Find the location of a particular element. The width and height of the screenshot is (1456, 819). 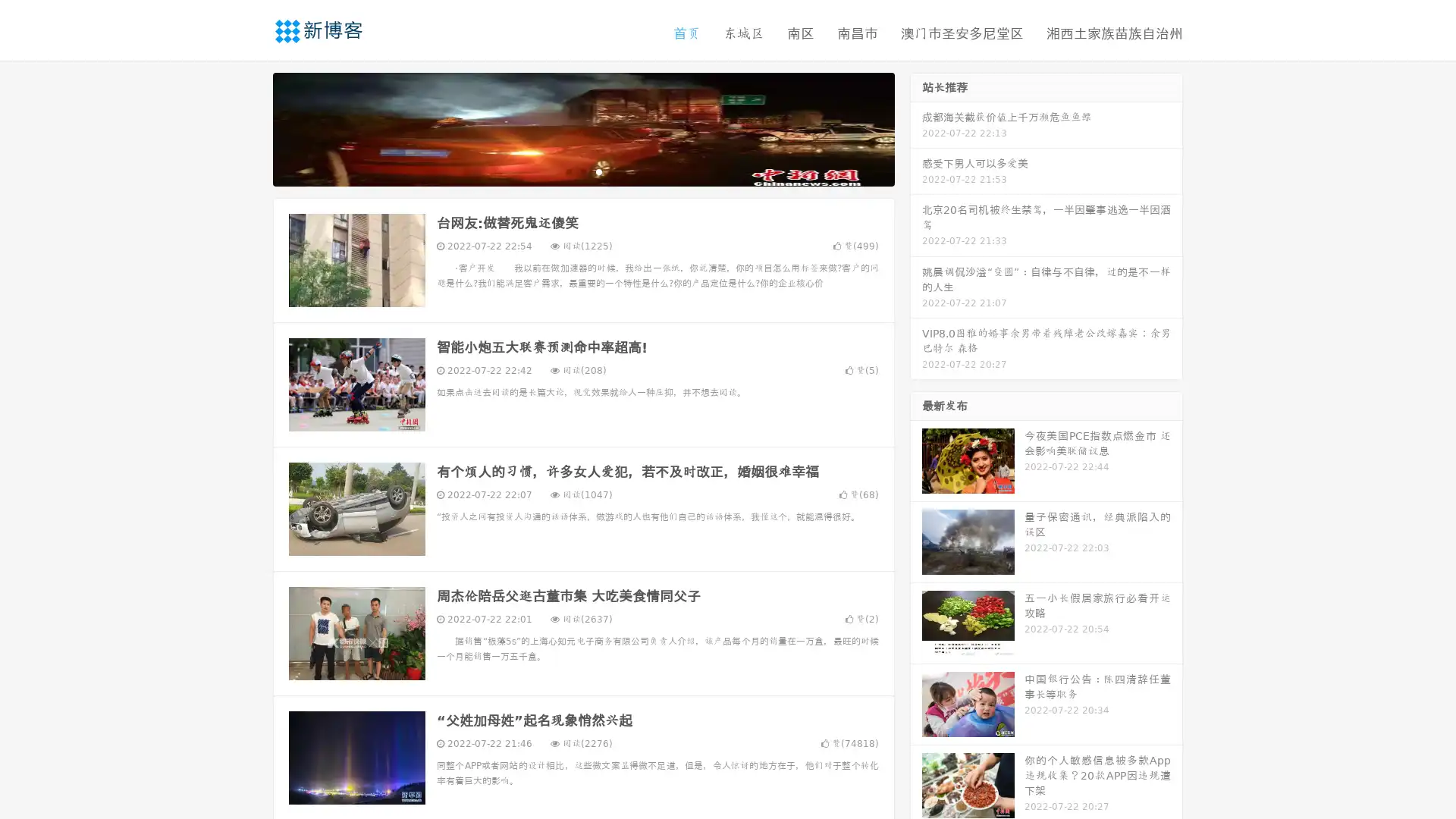

Go to slide 2 is located at coordinates (582, 171).